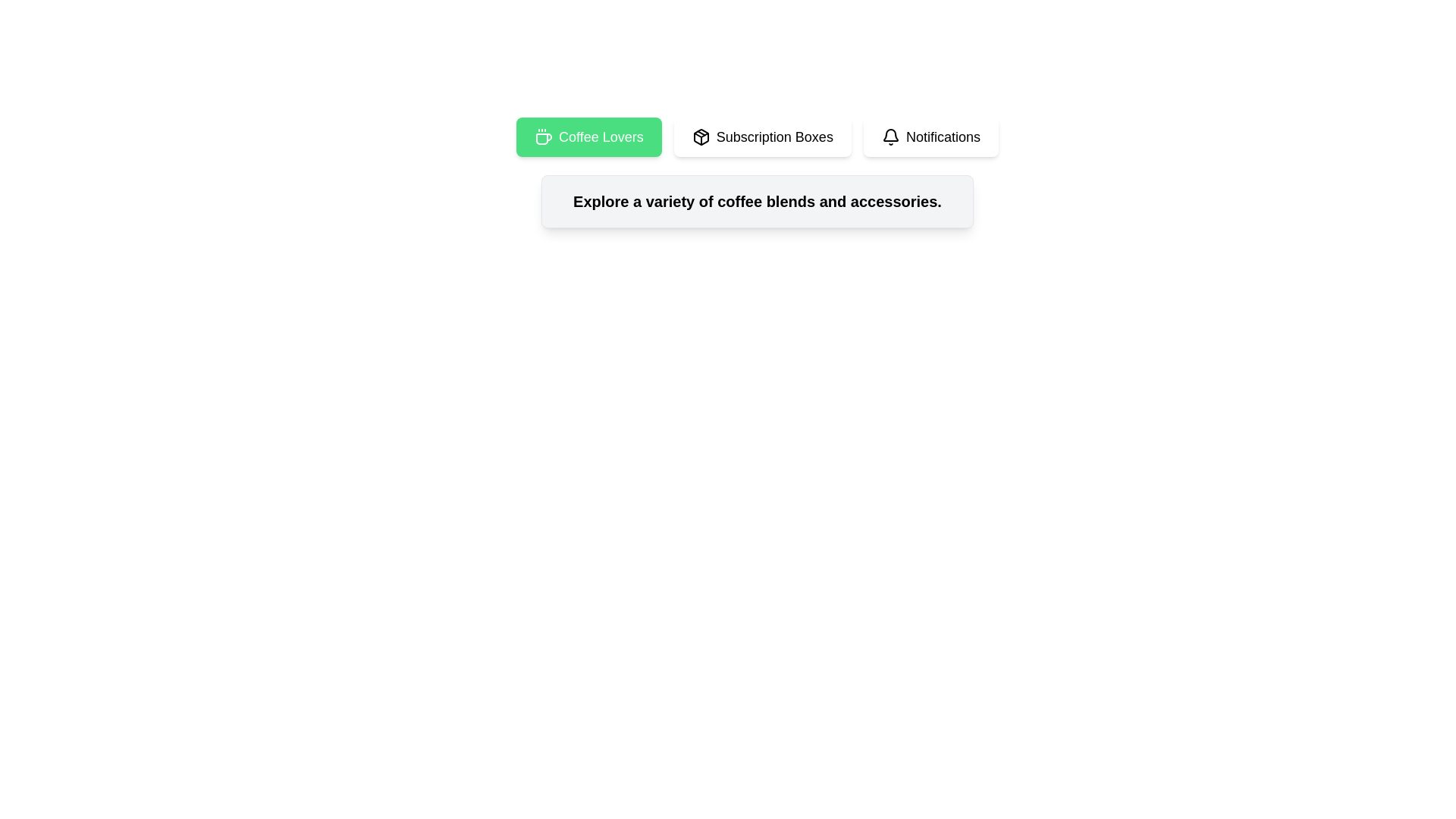 The height and width of the screenshot is (819, 1456). What do you see at coordinates (757, 201) in the screenshot?
I see `the central text element that describes the purpose or offerings of the interface section, which is located within a bordered and shadowed box with a gray background, below the navigation bar` at bounding box center [757, 201].